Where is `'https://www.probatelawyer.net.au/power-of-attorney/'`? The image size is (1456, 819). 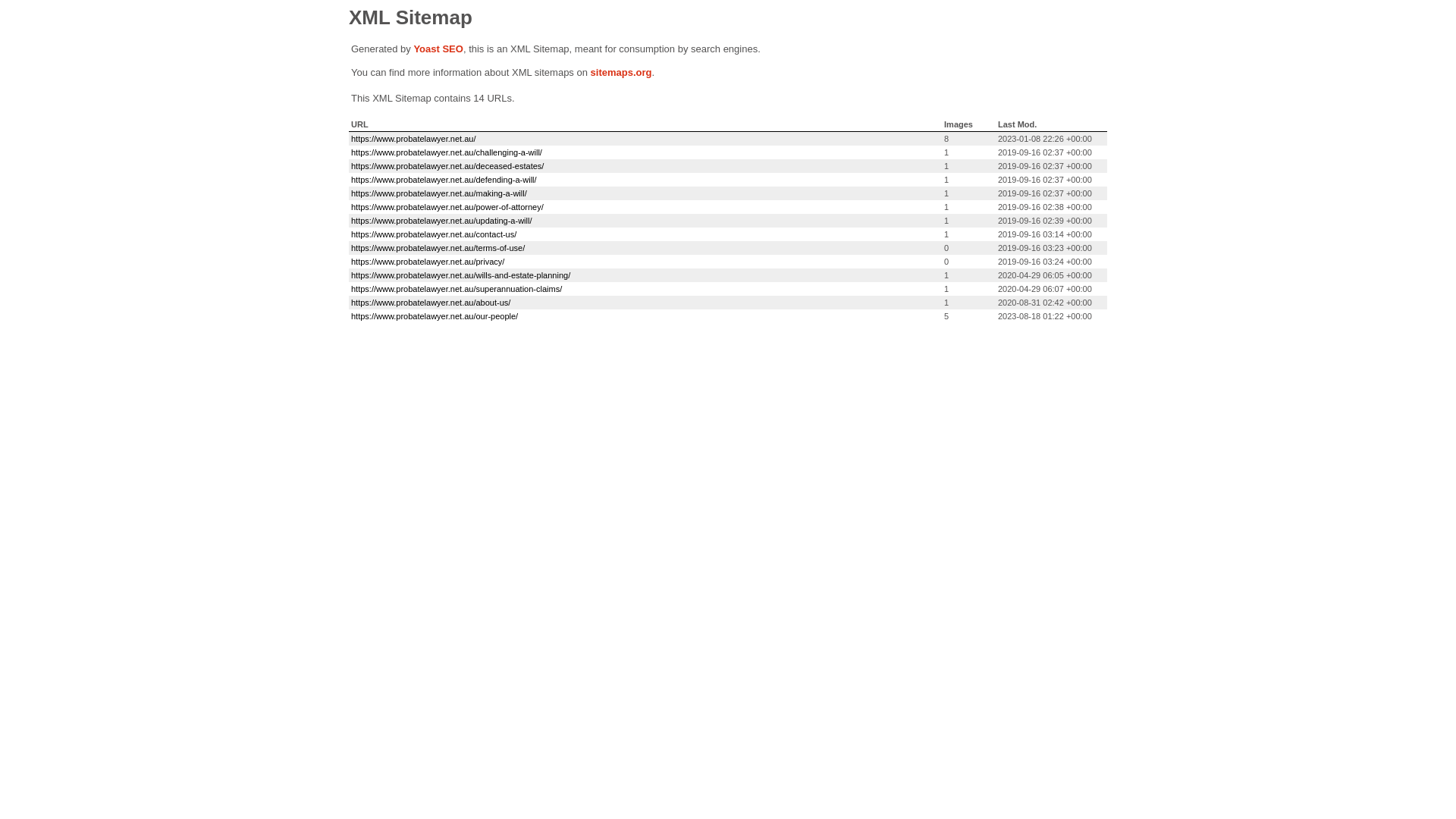 'https://www.probatelawyer.net.au/power-of-attorney/' is located at coordinates (350, 207).